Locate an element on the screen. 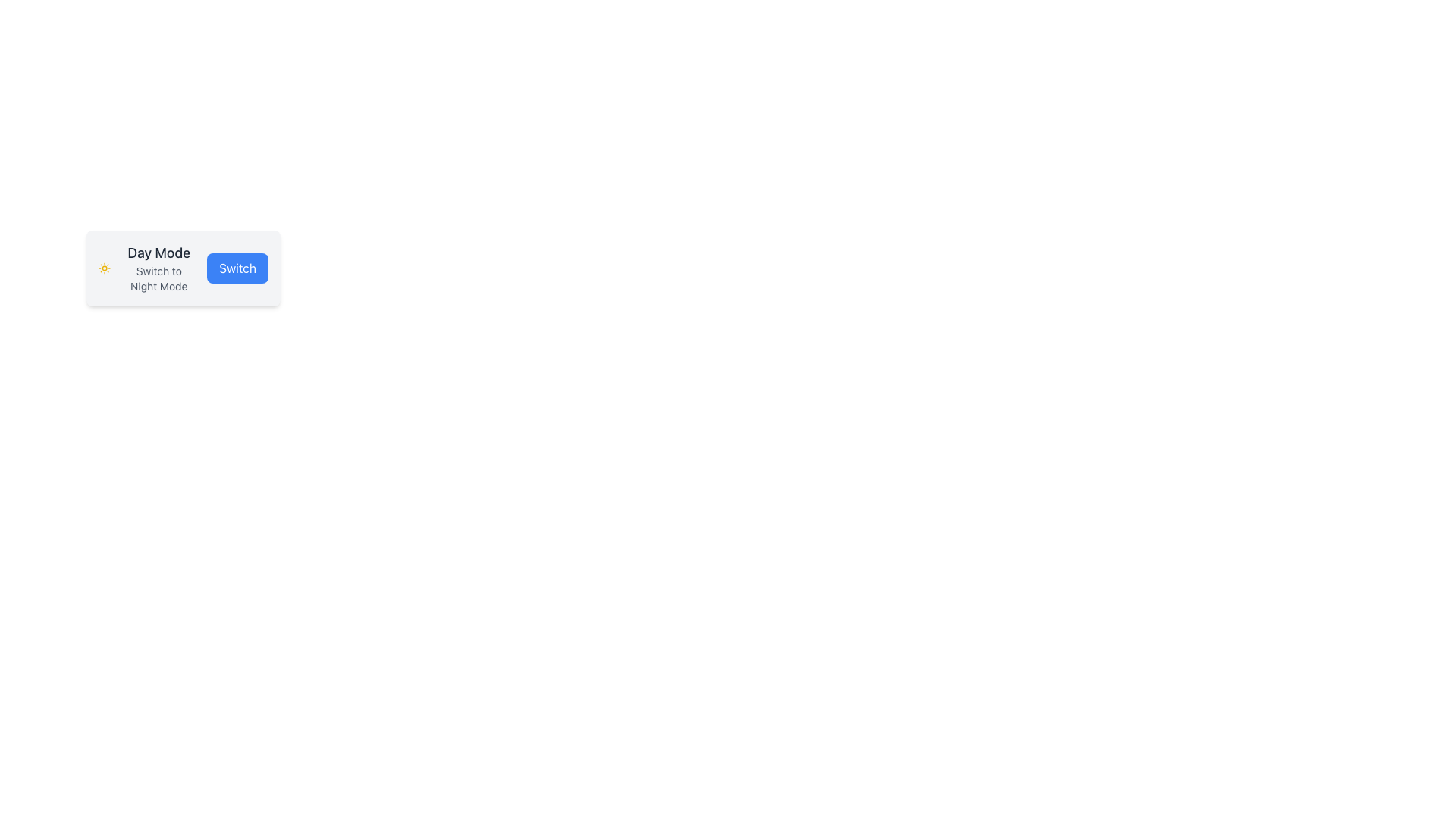  the yellow sun icon located to the left of the 'Day Mode' text within the card interface is located at coordinates (104, 268).